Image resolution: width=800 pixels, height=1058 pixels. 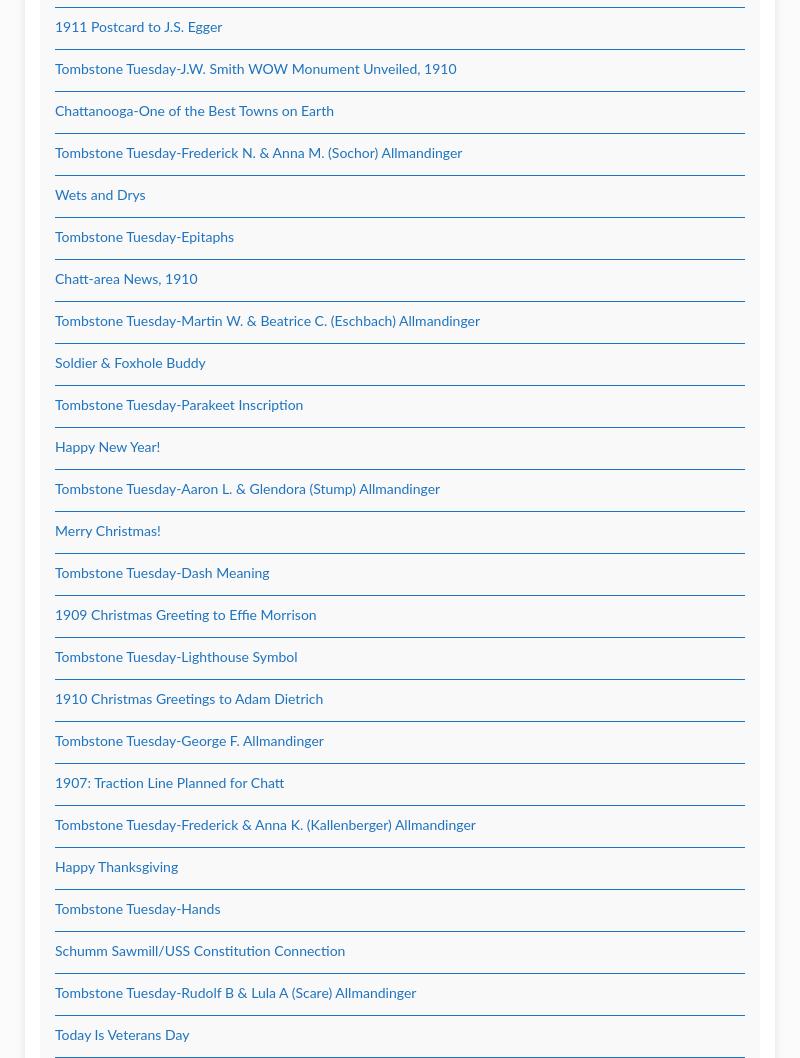 What do you see at coordinates (168, 783) in the screenshot?
I see `'1907: Traction Line Planned for Chatt'` at bounding box center [168, 783].